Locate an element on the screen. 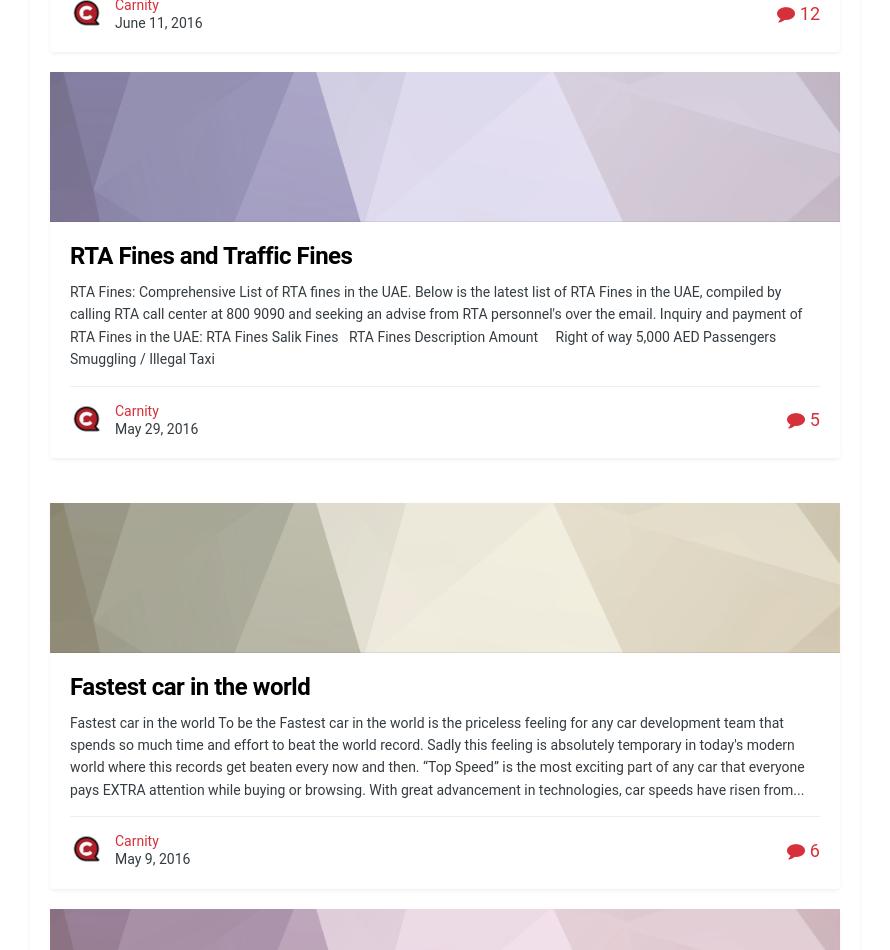 This screenshot has height=950, width=890. '5' is located at coordinates (812, 418).